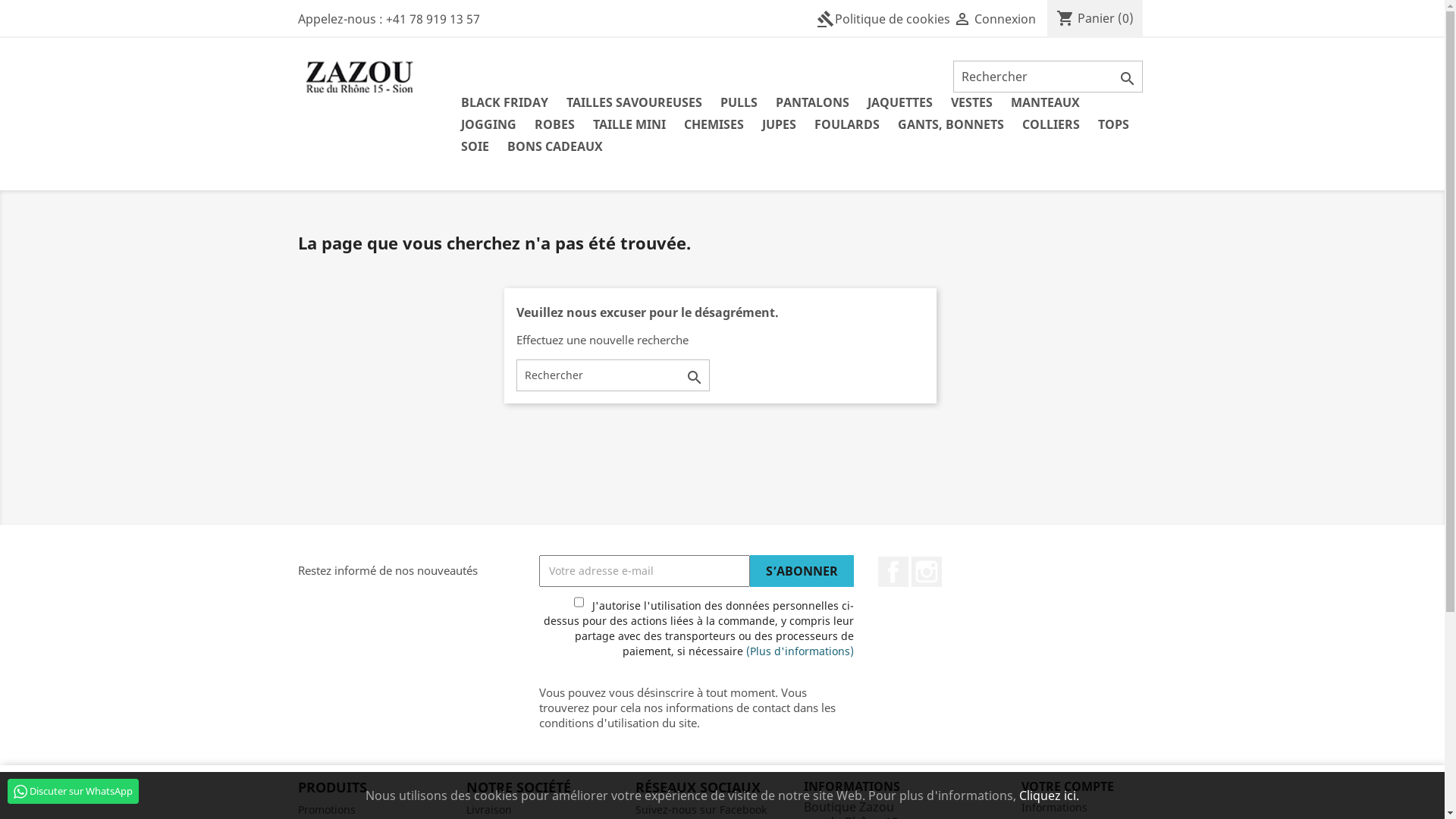 This screenshot has width=1456, height=819. Describe the element at coordinates (806, 124) in the screenshot. I see `'FOULARDS'` at that location.